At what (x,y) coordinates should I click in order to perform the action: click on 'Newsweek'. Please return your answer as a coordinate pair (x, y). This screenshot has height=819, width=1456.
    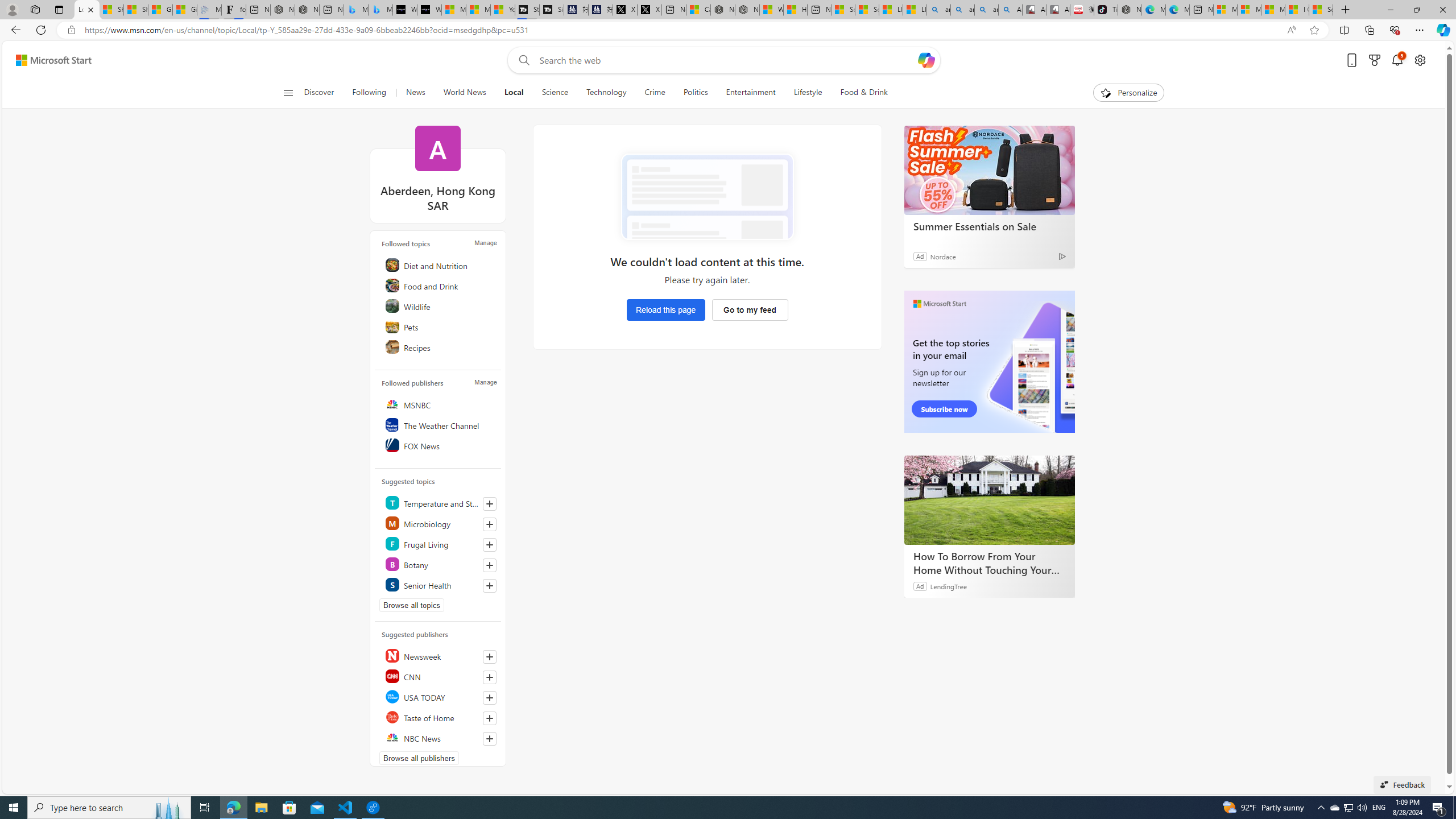
    Looking at the image, I should click on (440, 655).